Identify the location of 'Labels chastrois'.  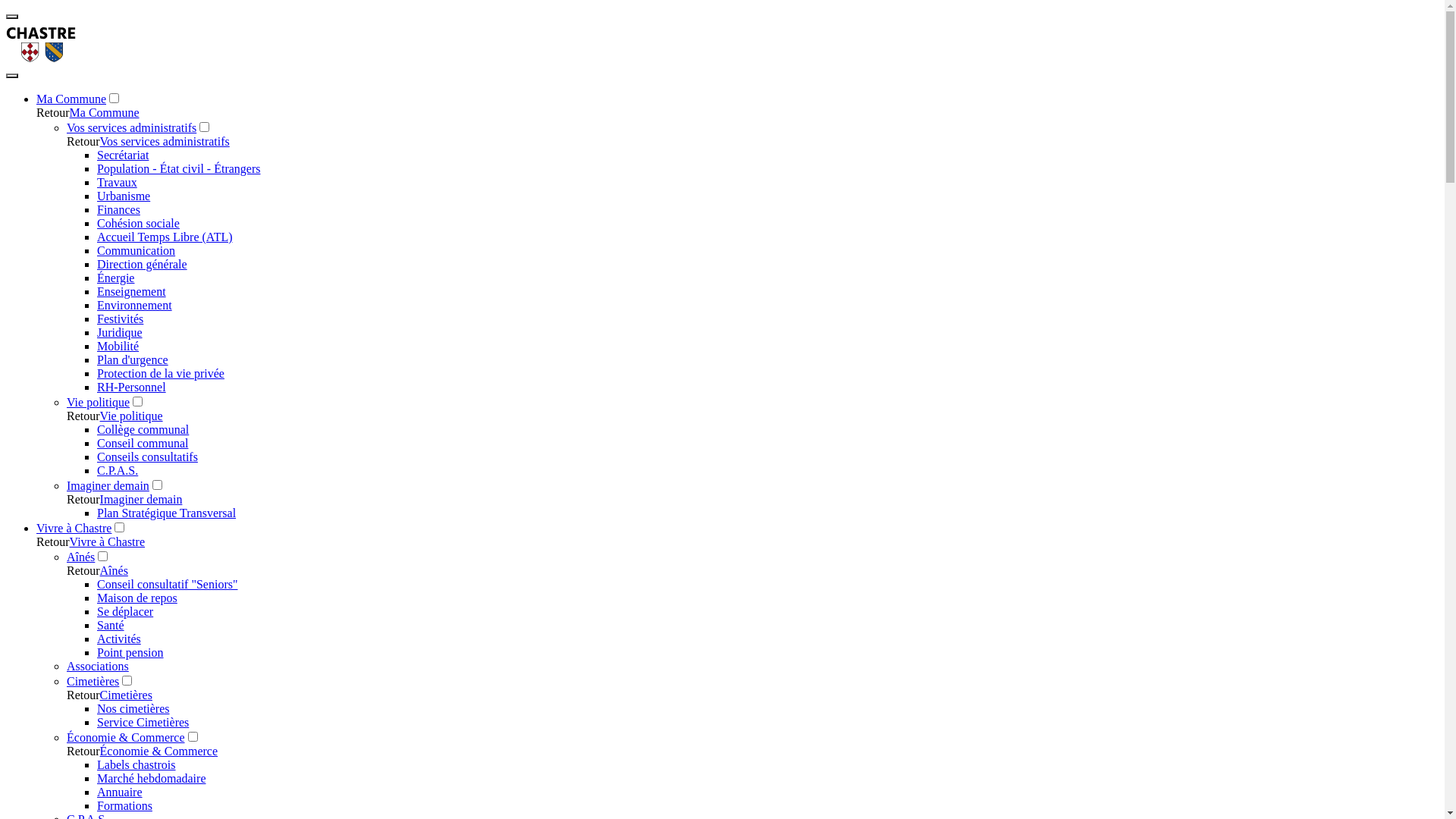
(136, 764).